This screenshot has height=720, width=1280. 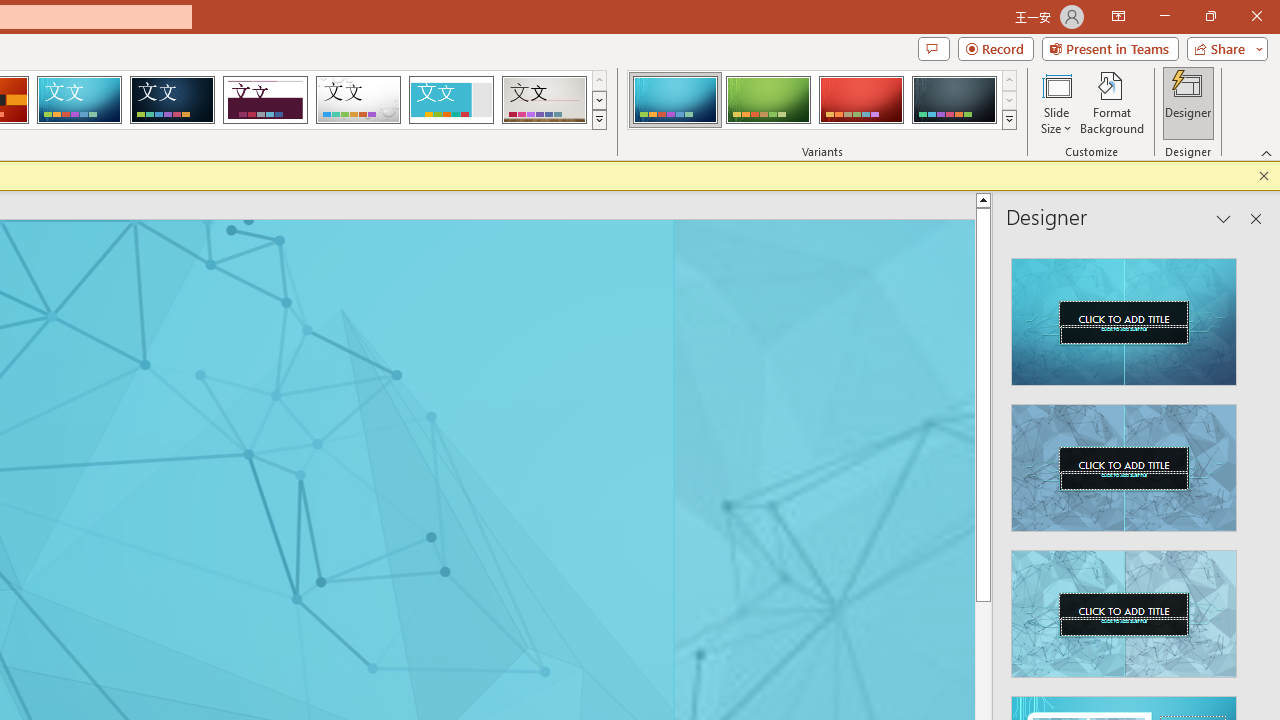 I want to click on 'Frame', so click(x=450, y=100).